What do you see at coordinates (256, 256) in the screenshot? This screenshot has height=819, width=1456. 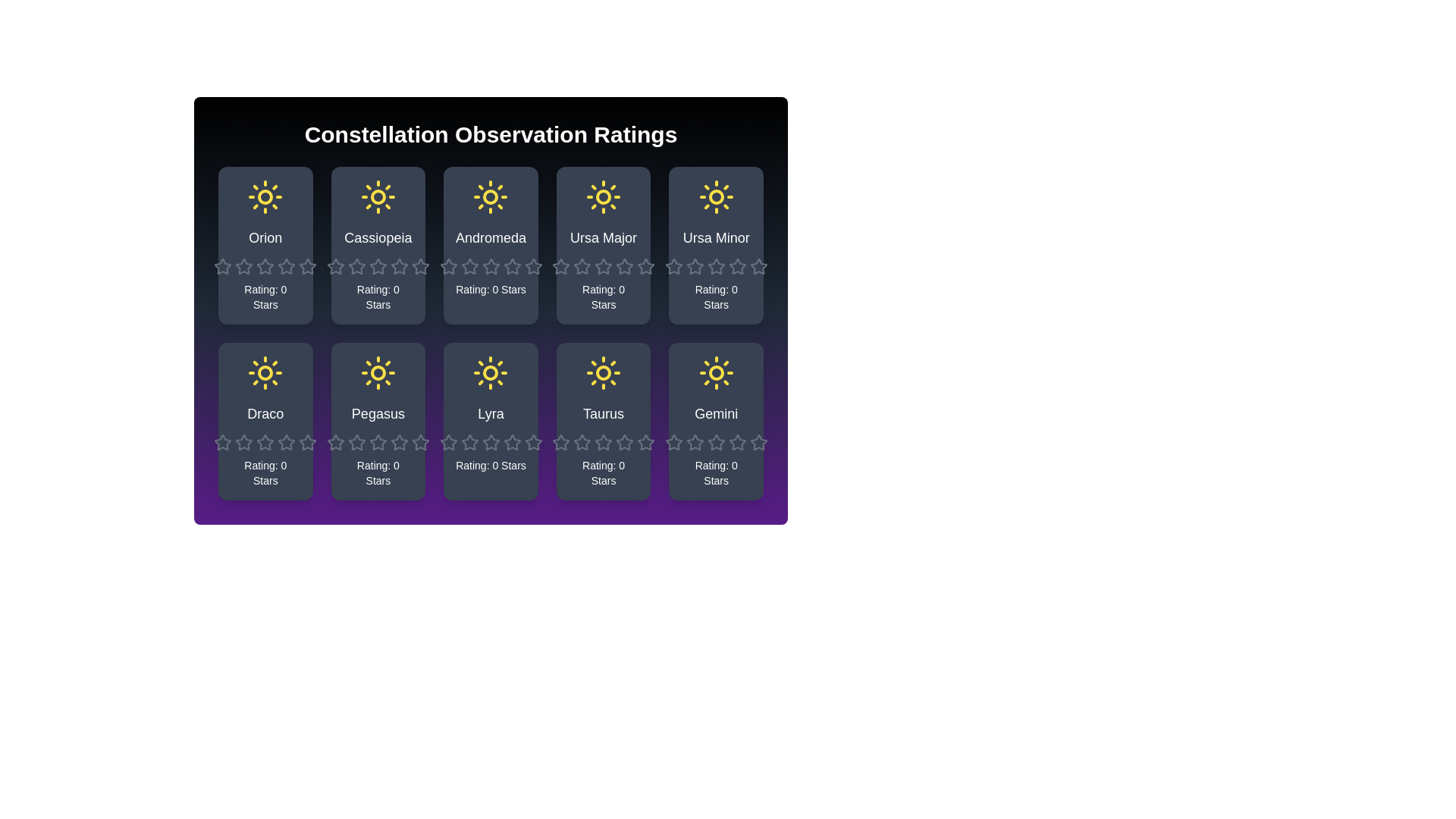 I see `the rating of a constellation to 3 stars by clicking on the corresponding star` at bounding box center [256, 256].